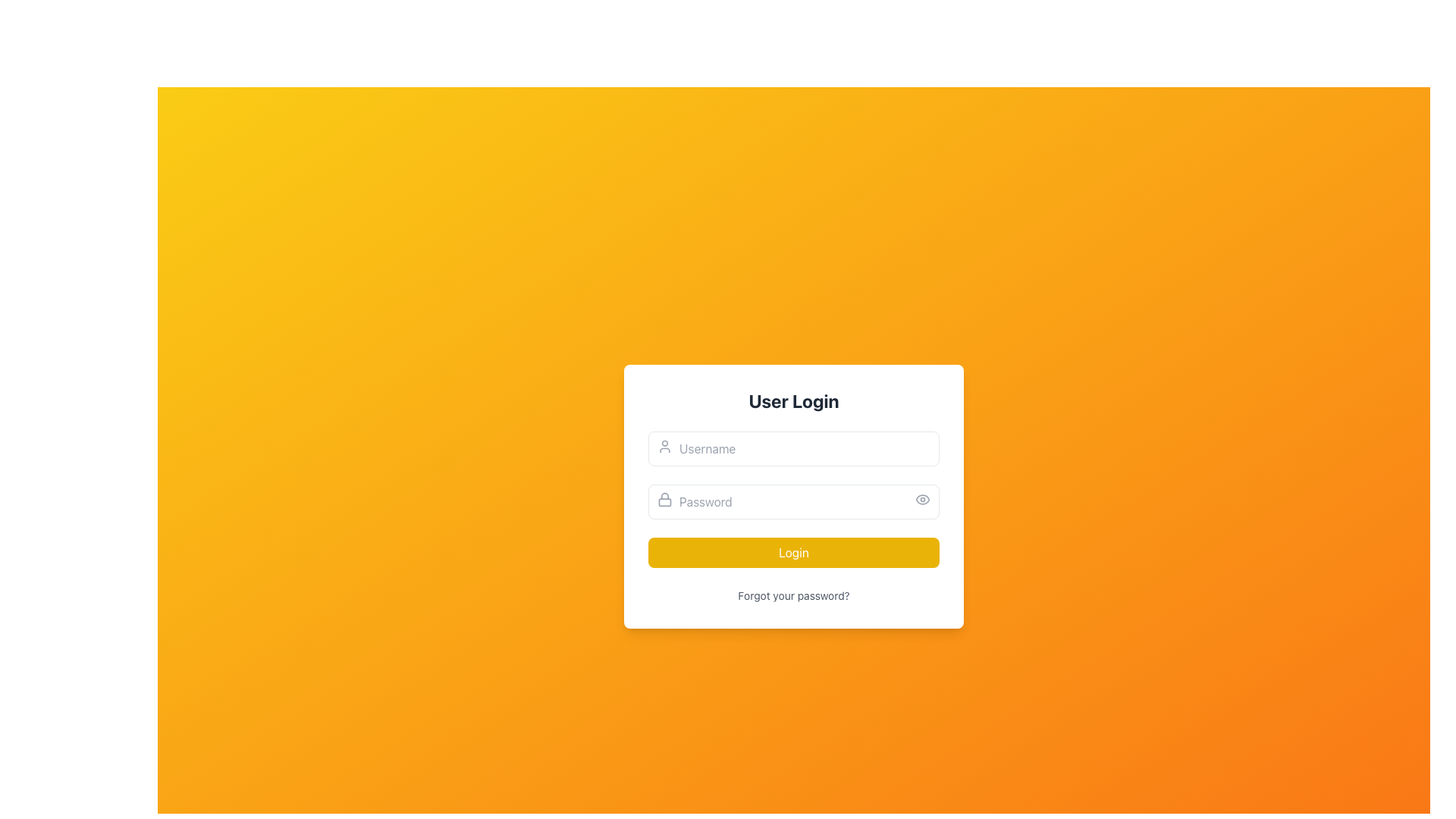 The image size is (1456, 819). What do you see at coordinates (665, 500) in the screenshot?
I see `the lock icon that indicates the adjacent input field is for entering a password or similar secure information` at bounding box center [665, 500].